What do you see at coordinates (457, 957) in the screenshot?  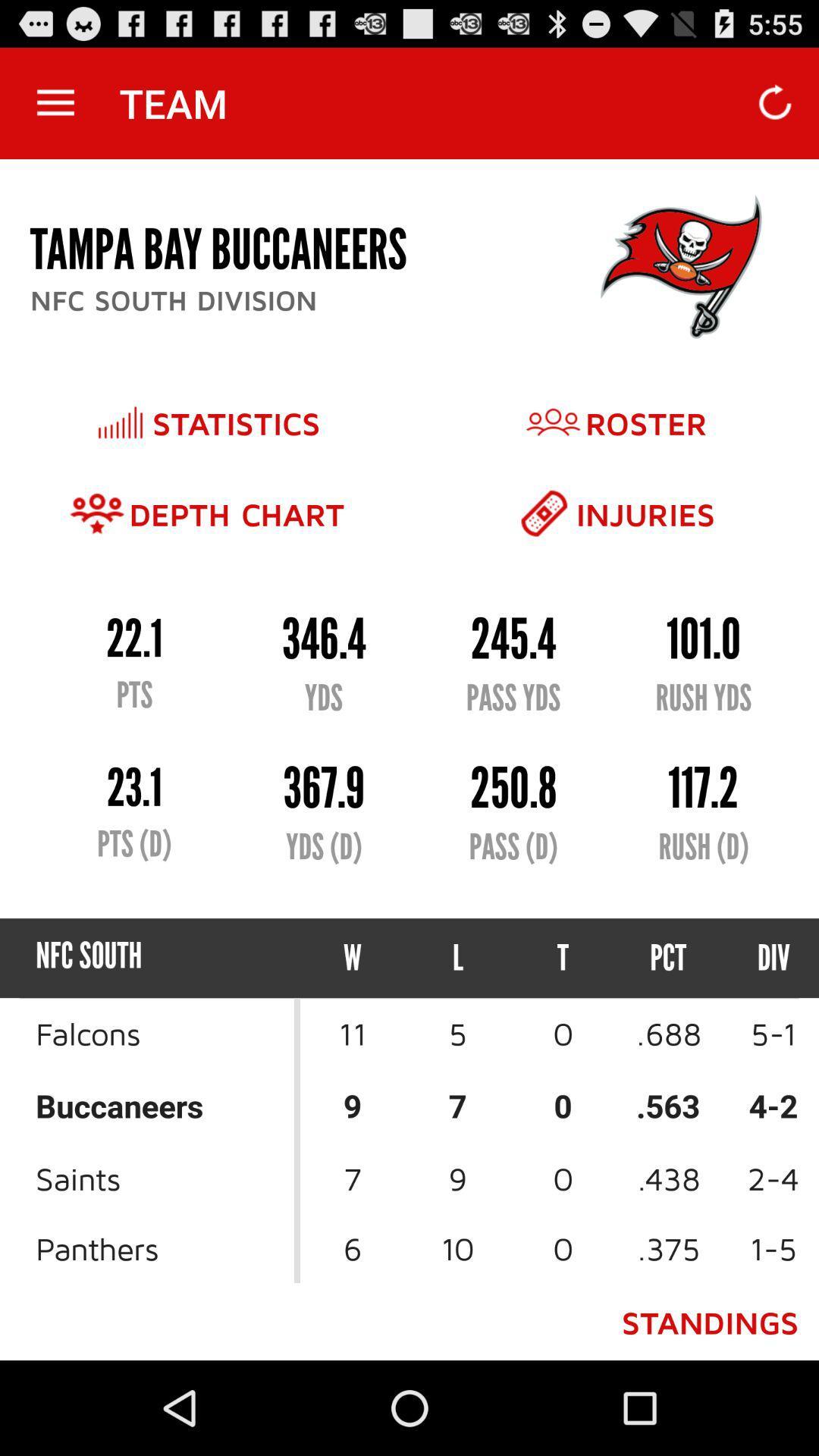 I see `icon next to w icon` at bounding box center [457, 957].